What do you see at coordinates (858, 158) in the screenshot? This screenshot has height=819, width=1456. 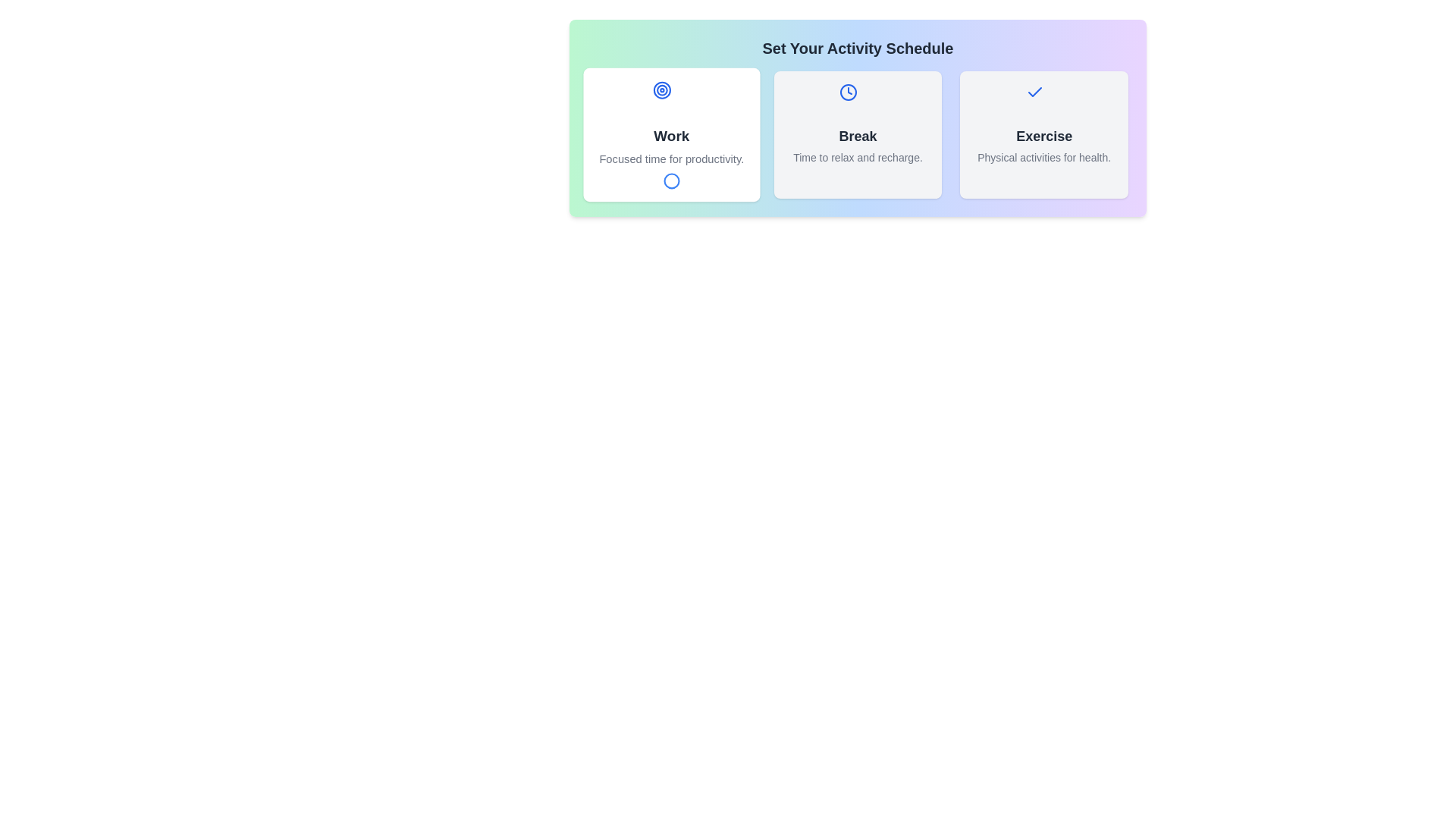 I see `the descriptive text element located at the bottom of the 'Break' box, which provides additional information about the 'Break' section` at bounding box center [858, 158].